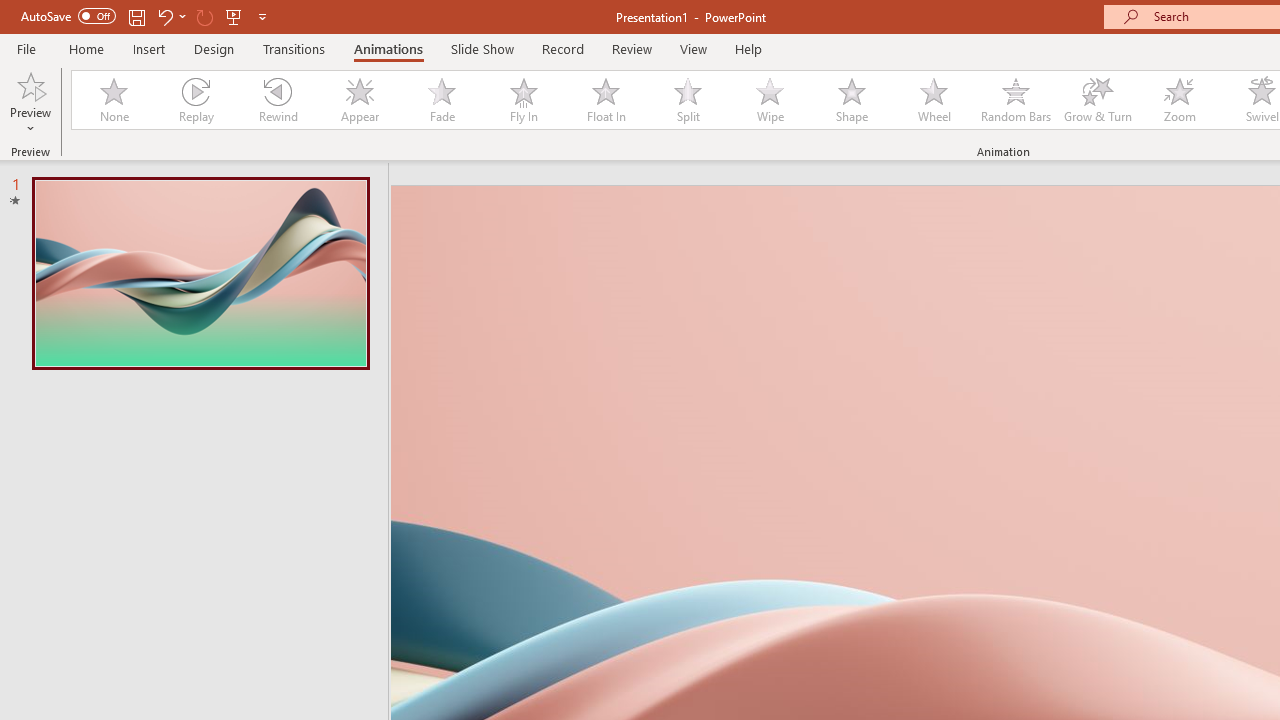 The image size is (1280, 720). I want to click on 'Float In', so click(604, 100).